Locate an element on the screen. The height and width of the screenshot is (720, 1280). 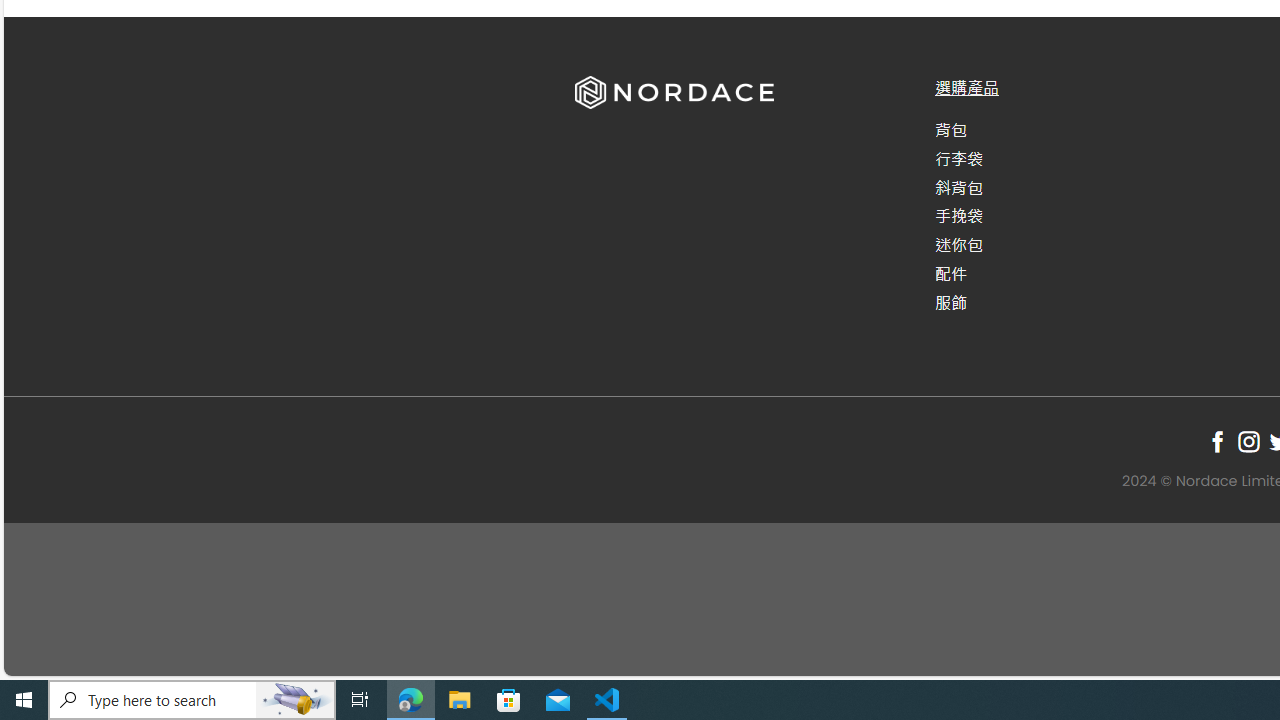
'Follow on Facebook' is located at coordinates (1216, 440).